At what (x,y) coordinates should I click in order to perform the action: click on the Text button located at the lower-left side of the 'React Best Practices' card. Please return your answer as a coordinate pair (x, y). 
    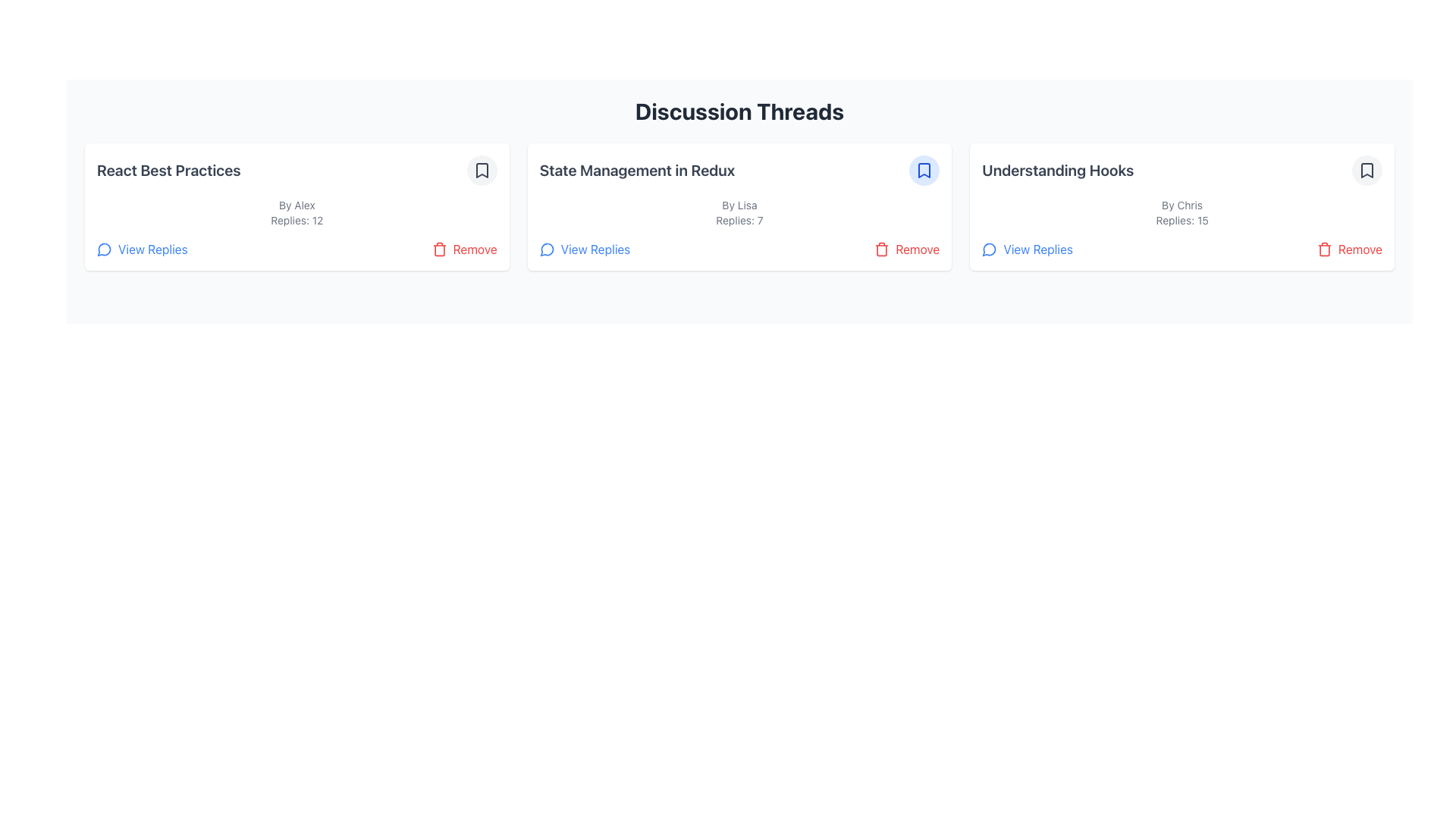
    Looking at the image, I should click on (152, 248).